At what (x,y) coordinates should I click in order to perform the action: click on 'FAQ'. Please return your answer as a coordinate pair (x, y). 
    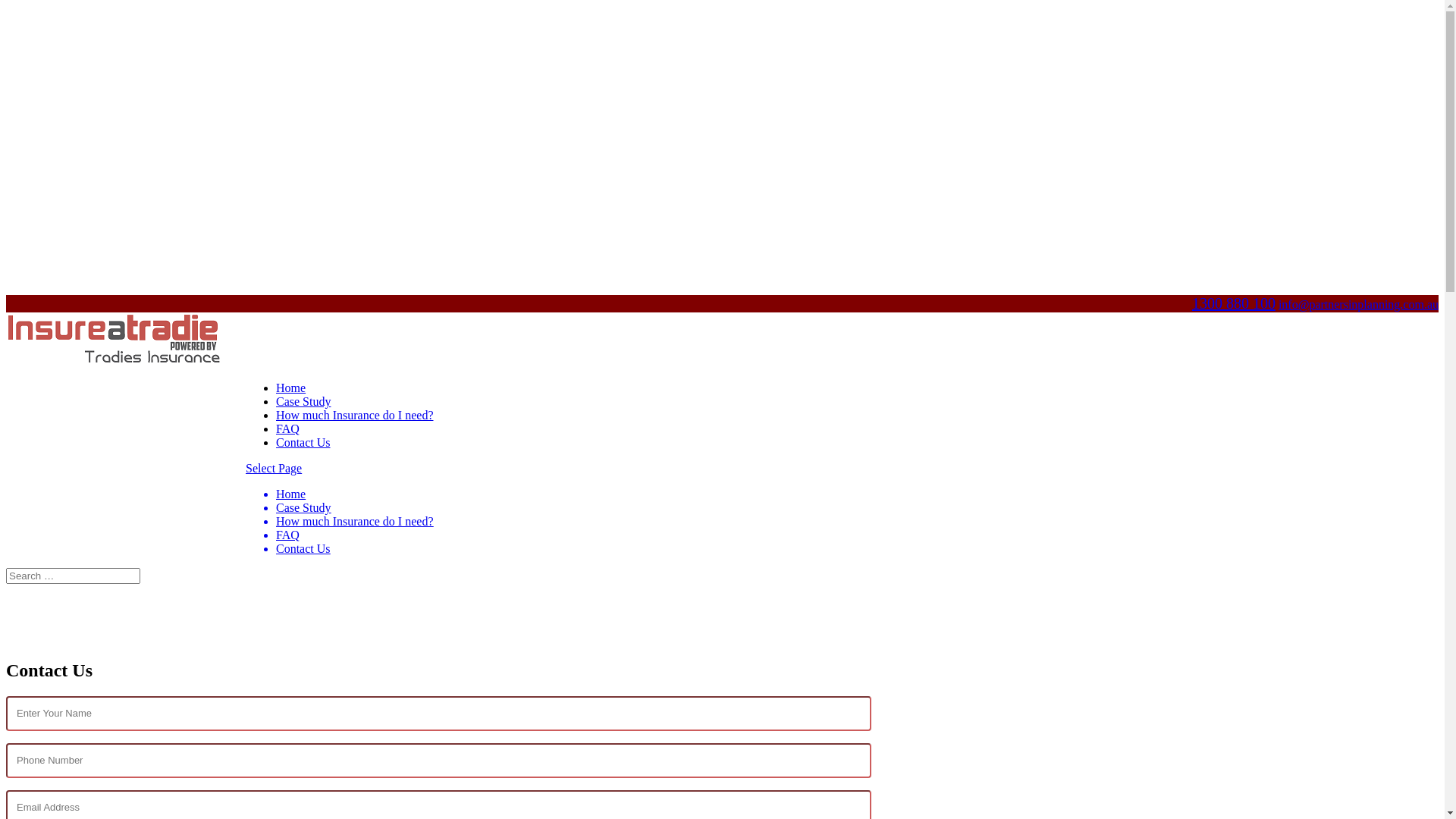
    Looking at the image, I should click on (287, 534).